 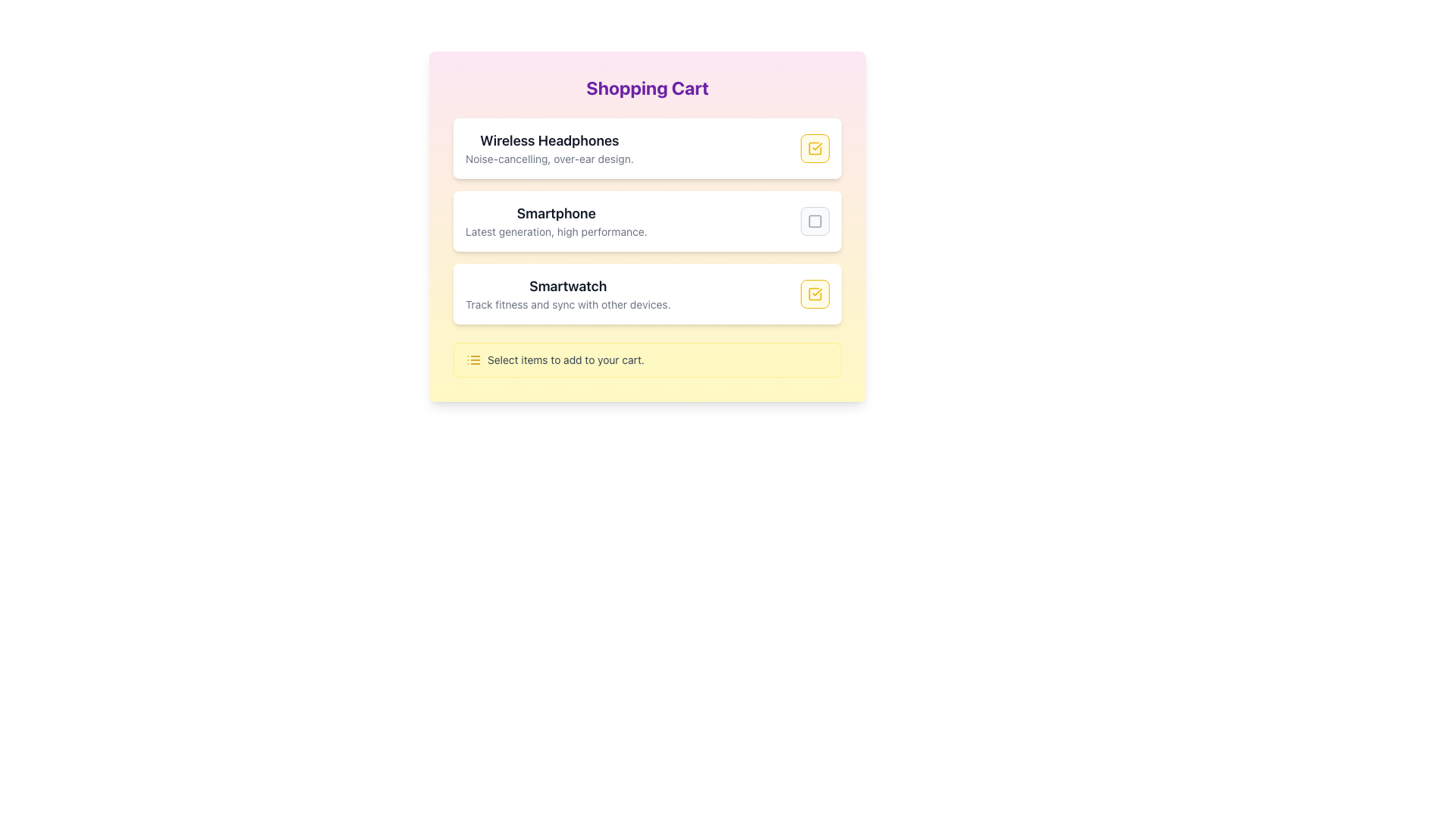 I want to click on the text label providing a descriptive detail for the 'Smartwatch' product located below the heading 'Smartwatch' in the shopping cart interface, so click(x=567, y=304).